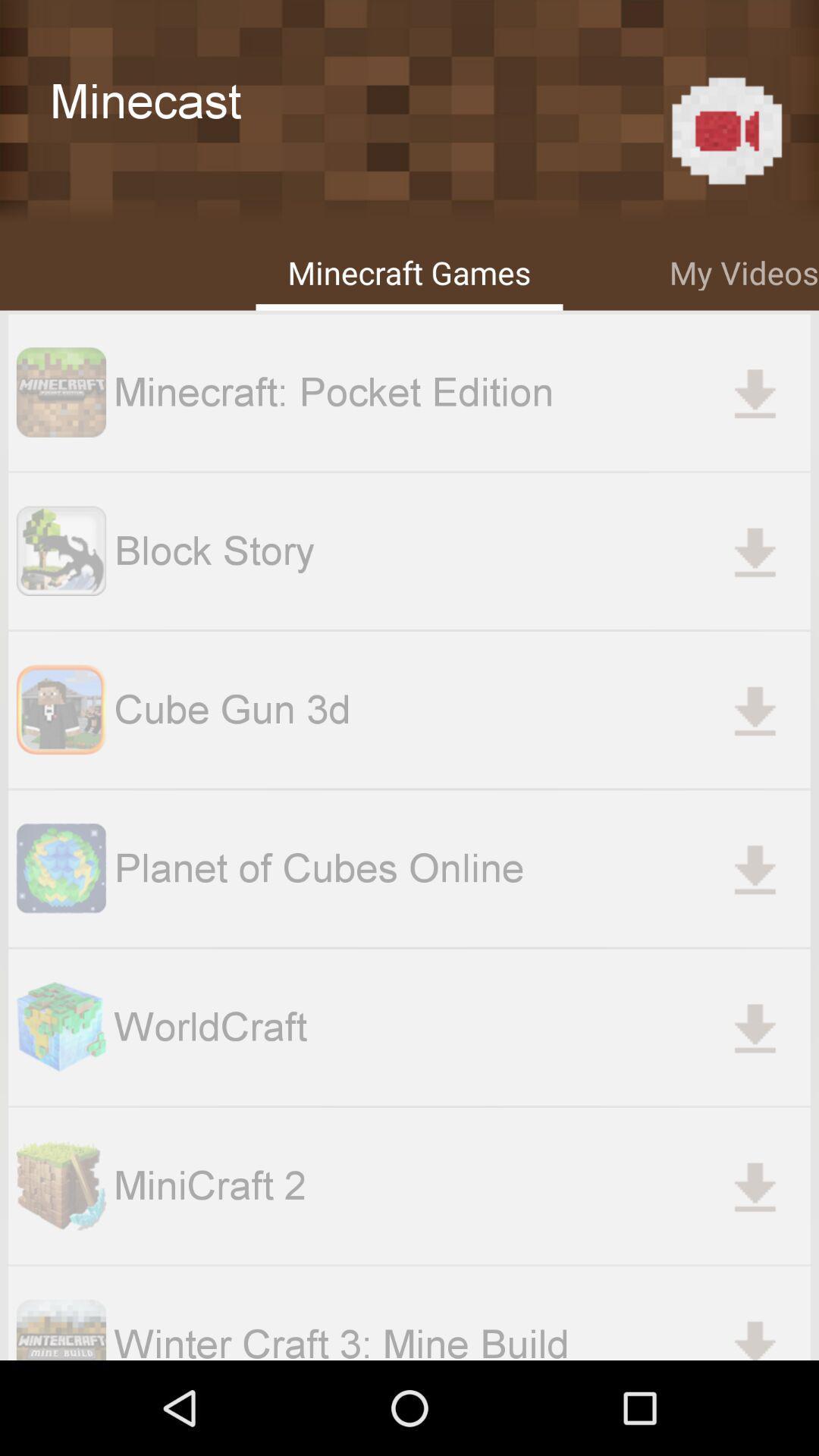 The image size is (819, 1456). Describe the element at coordinates (726, 130) in the screenshot. I see `the item to the right of minecast` at that location.